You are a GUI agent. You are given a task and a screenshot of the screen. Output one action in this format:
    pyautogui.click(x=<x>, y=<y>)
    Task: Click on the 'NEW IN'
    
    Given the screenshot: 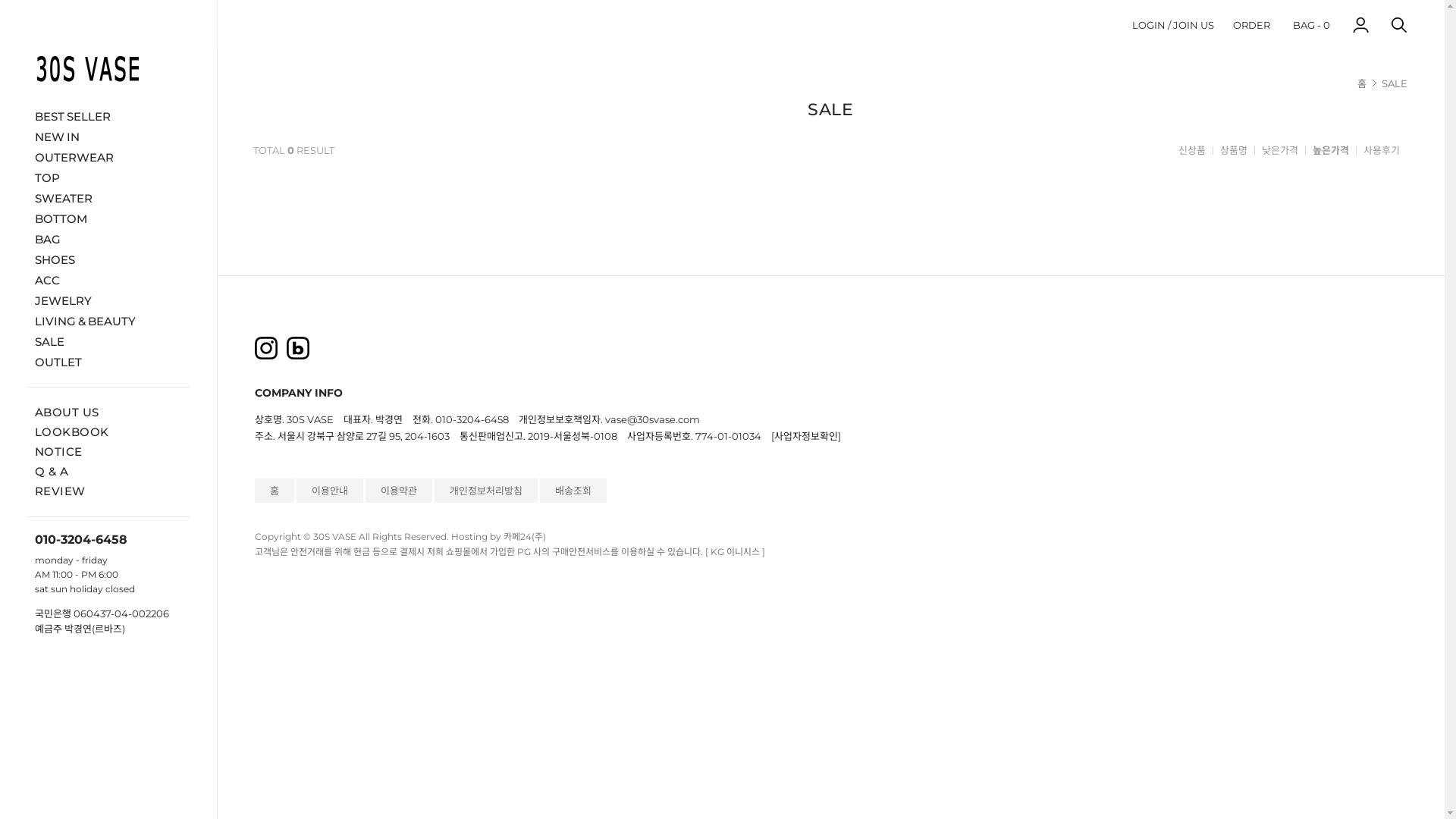 What is the action you would take?
    pyautogui.click(x=108, y=135)
    